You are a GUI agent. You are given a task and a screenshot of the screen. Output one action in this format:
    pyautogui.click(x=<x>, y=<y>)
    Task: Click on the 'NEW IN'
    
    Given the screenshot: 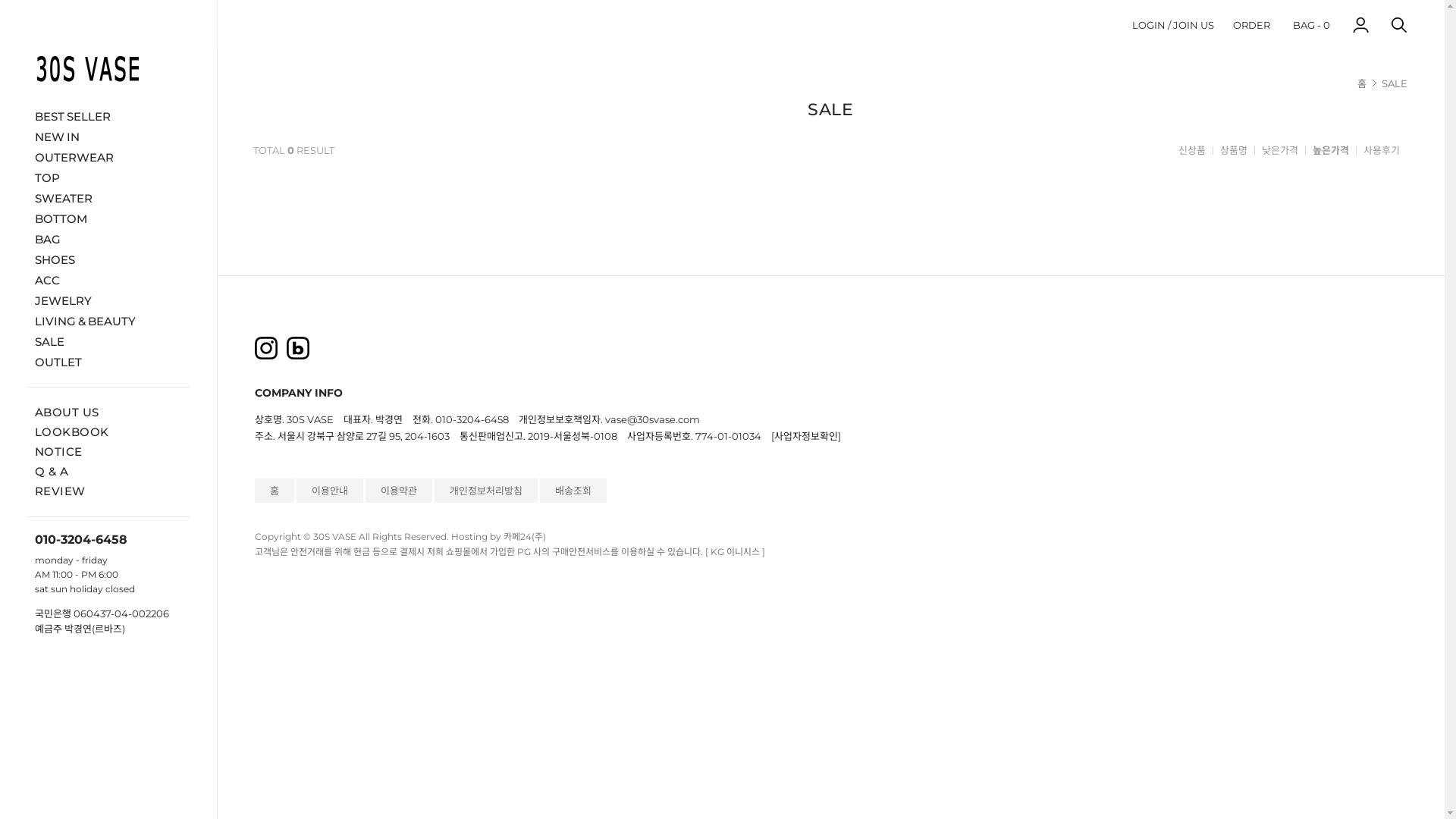 What is the action you would take?
    pyautogui.click(x=108, y=135)
    